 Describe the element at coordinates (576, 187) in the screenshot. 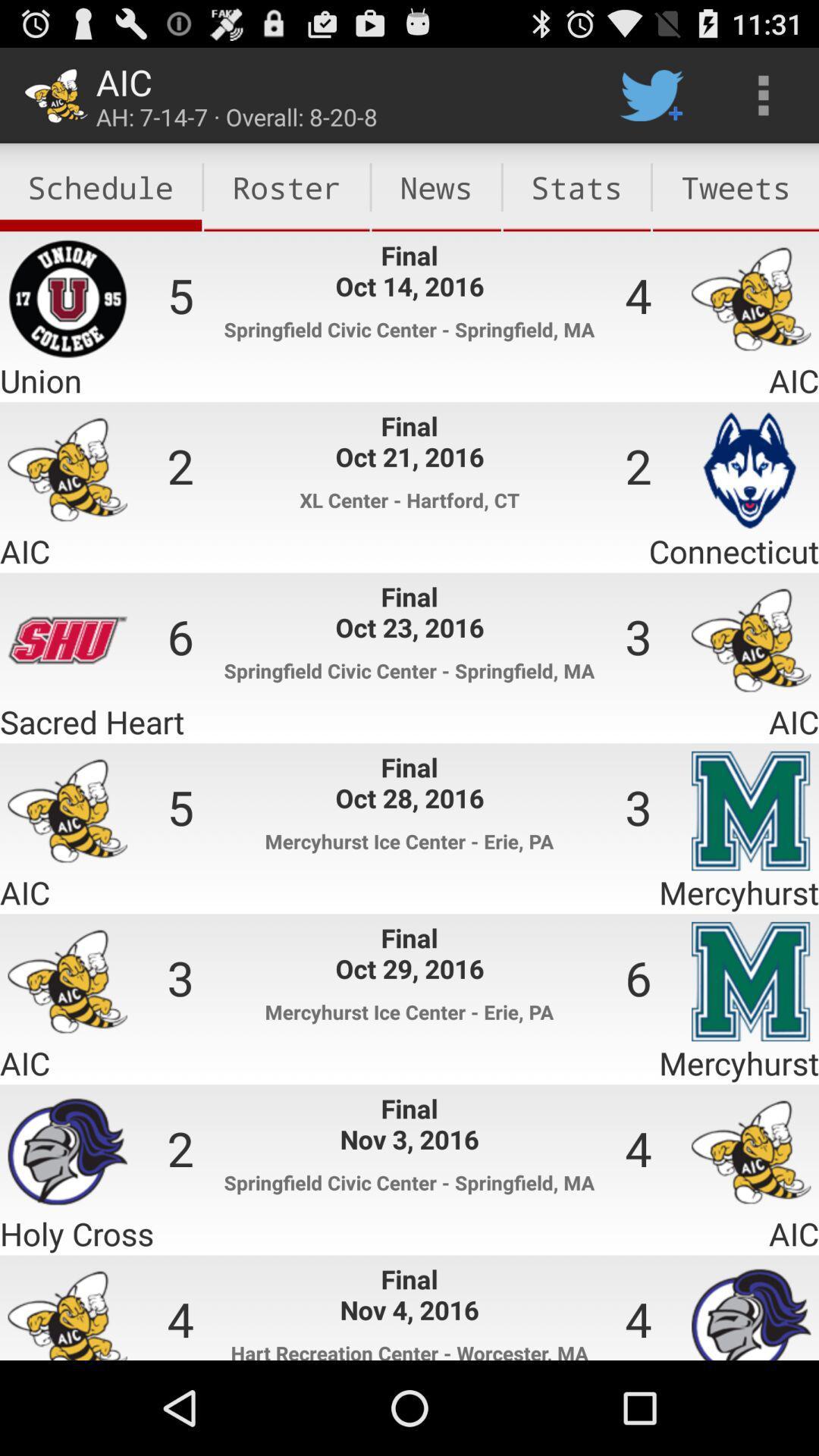

I see `the item to the right of the news` at that location.